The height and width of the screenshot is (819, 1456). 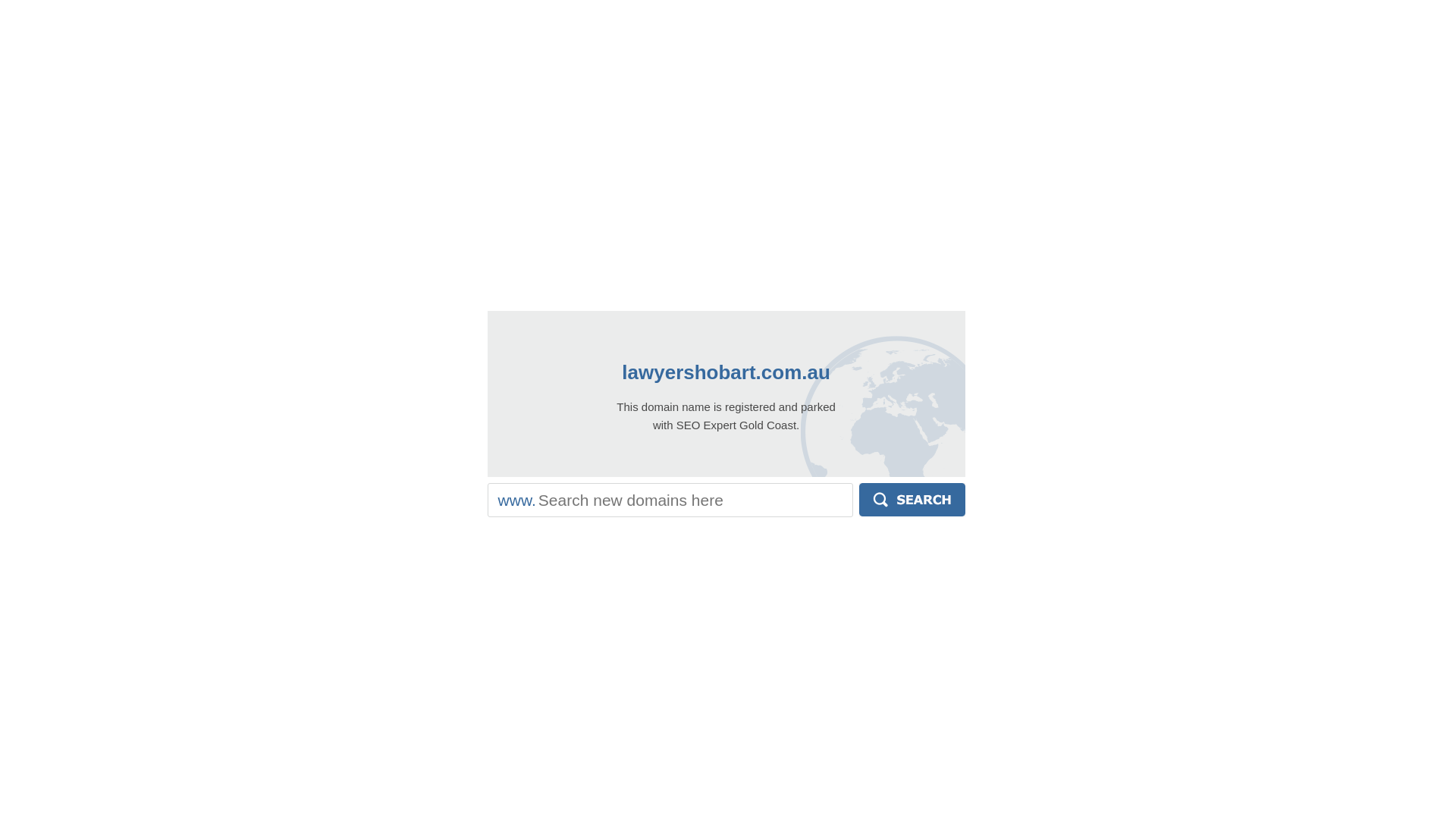 I want to click on 'Search', so click(x=912, y=500).